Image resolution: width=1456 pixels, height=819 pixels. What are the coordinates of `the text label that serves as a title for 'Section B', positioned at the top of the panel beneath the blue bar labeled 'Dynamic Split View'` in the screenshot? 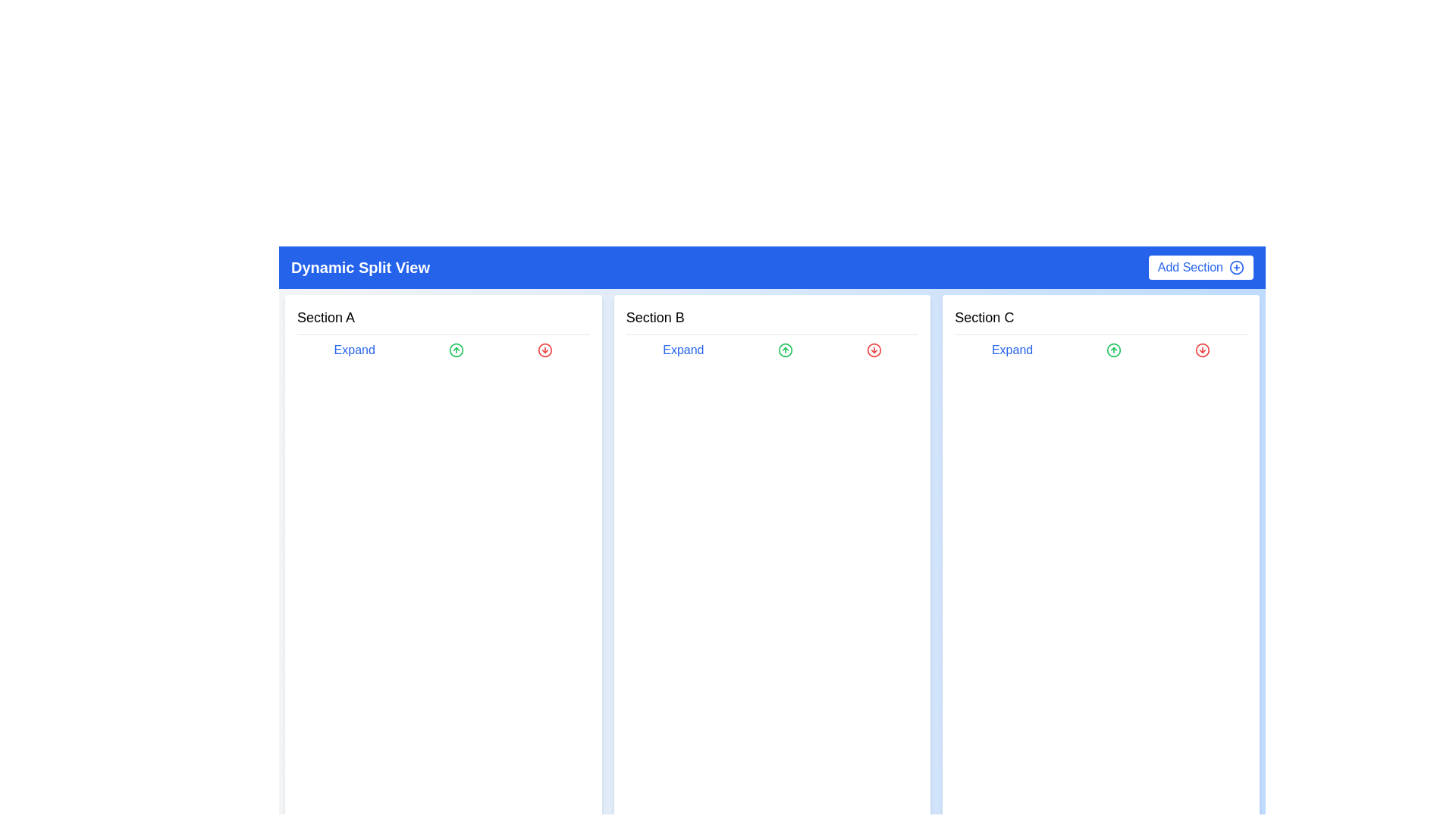 It's located at (655, 317).